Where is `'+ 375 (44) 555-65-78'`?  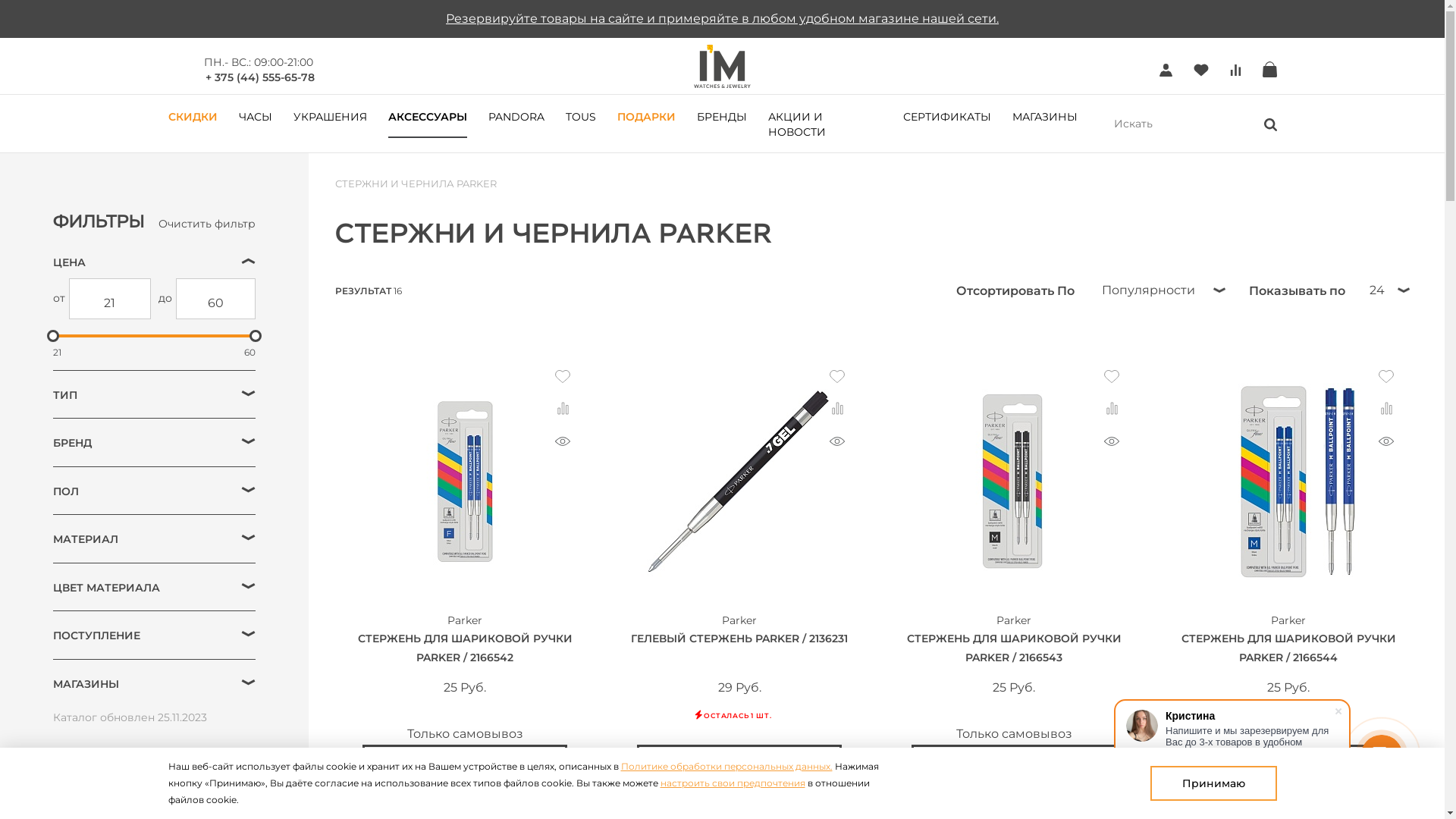
'+ 375 (44) 555-65-78' is located at coordinates (259, 76).